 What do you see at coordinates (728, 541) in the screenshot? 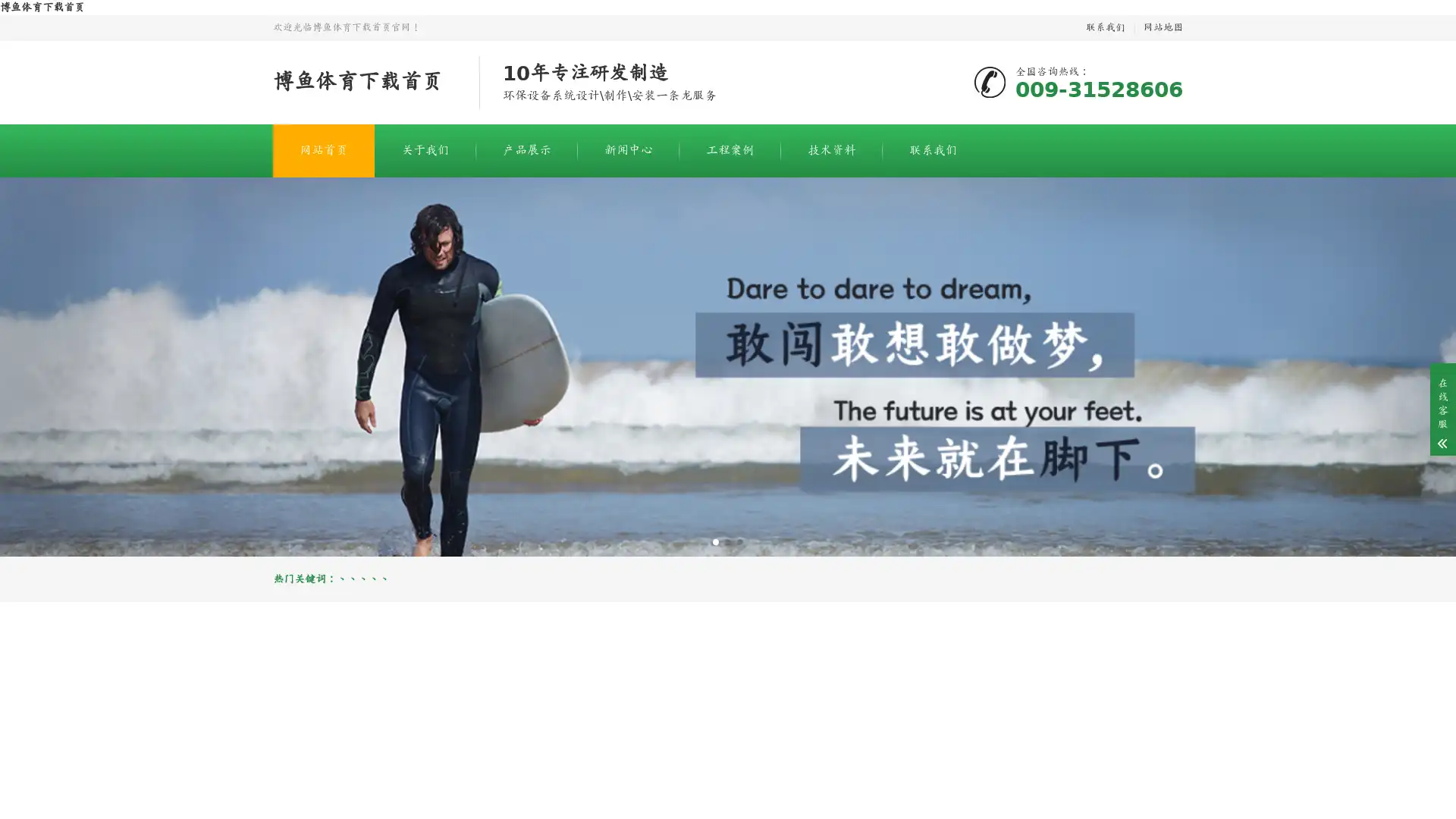
I see `Go to slide 2` at bounding box center [728, 541].